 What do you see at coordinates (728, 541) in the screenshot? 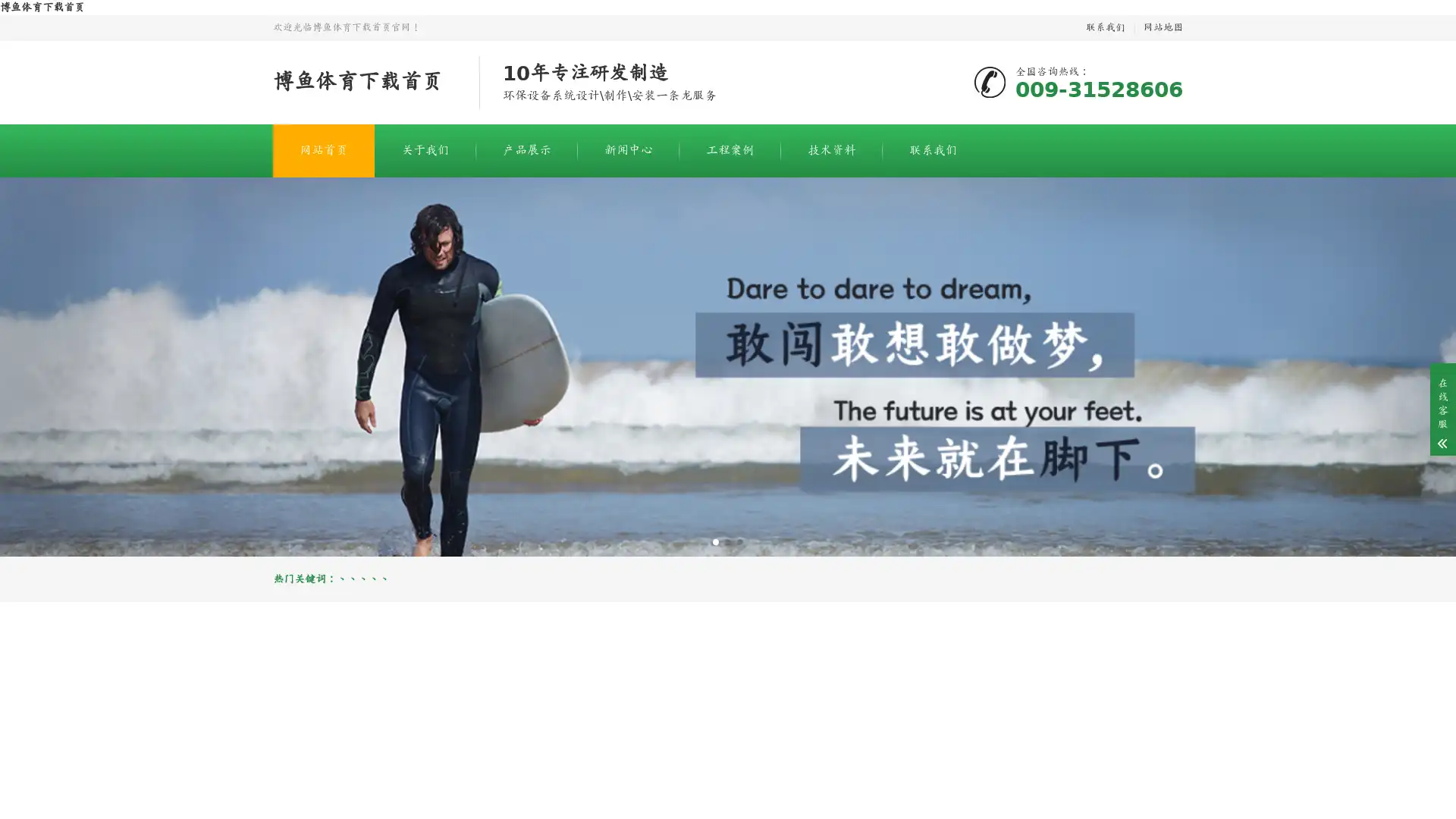
I see `Go to slide 2` at bounding box center [728, 541].